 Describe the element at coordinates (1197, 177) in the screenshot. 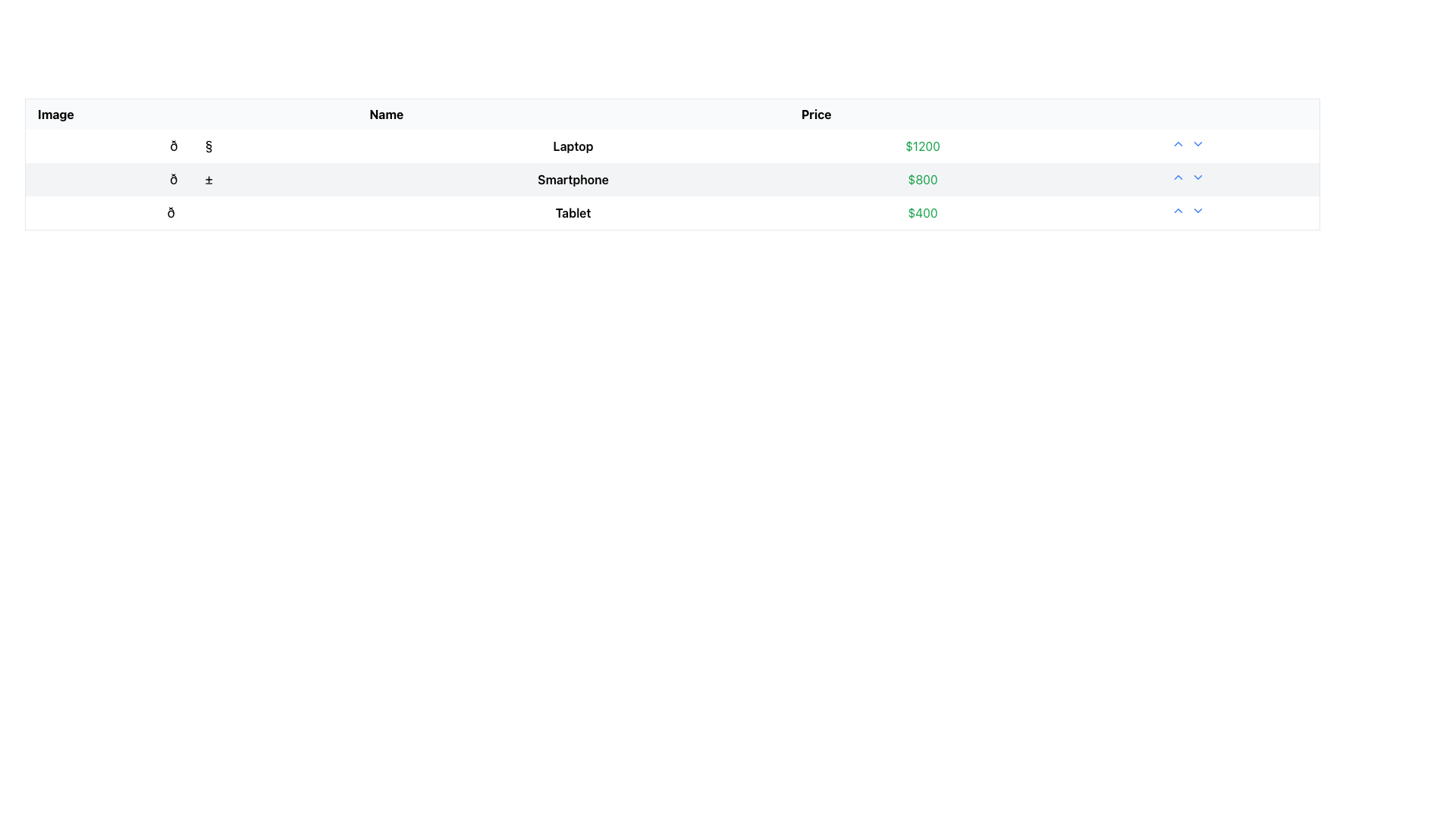

I see `the blue downward chevron button located in the price row of the table next to the $800 price value` at that location.